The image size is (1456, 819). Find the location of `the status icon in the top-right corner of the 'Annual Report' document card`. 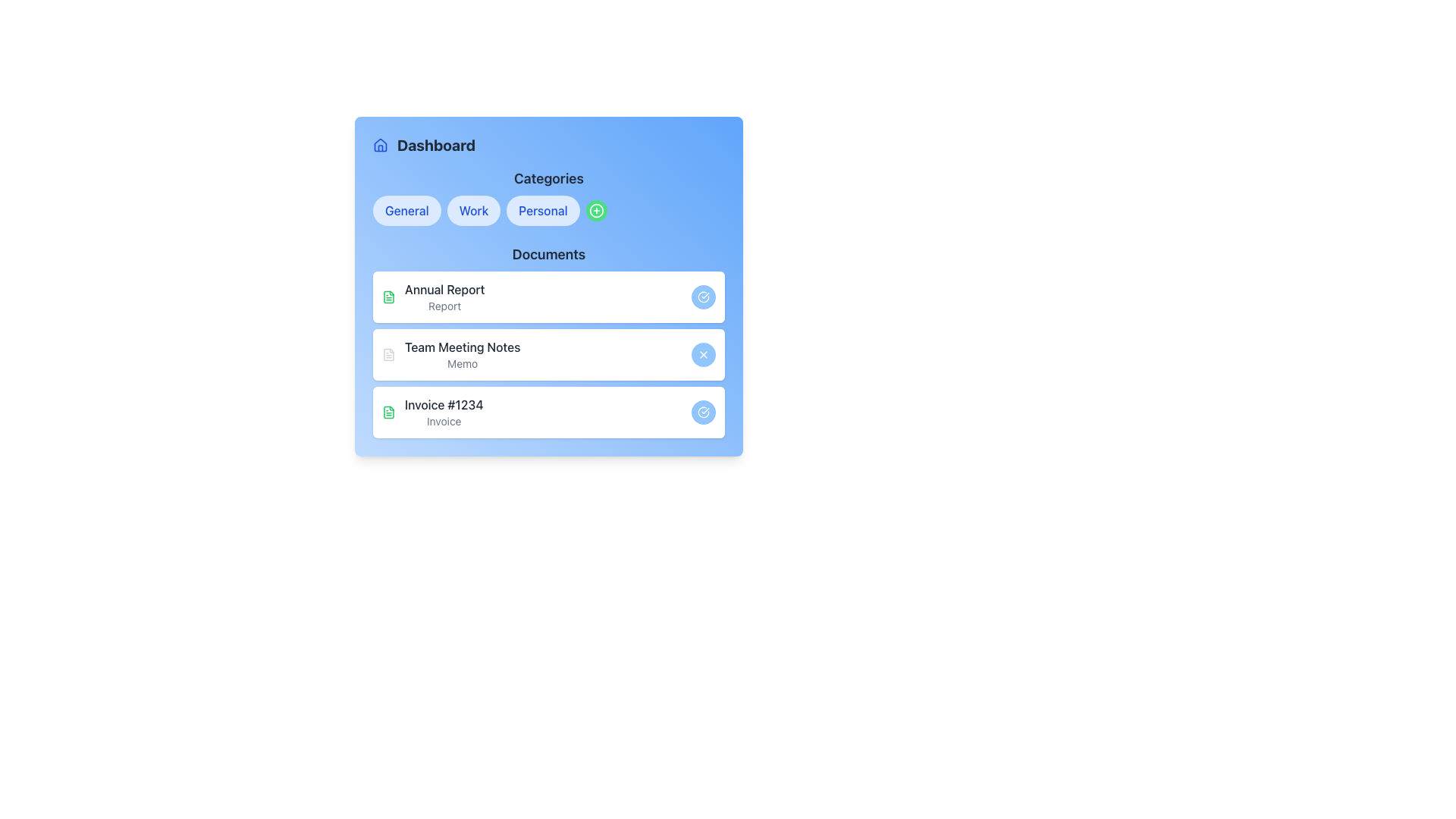

the status icon in the top-right corner of the 'Annual Report' document card is located at coordinates (702, 297).